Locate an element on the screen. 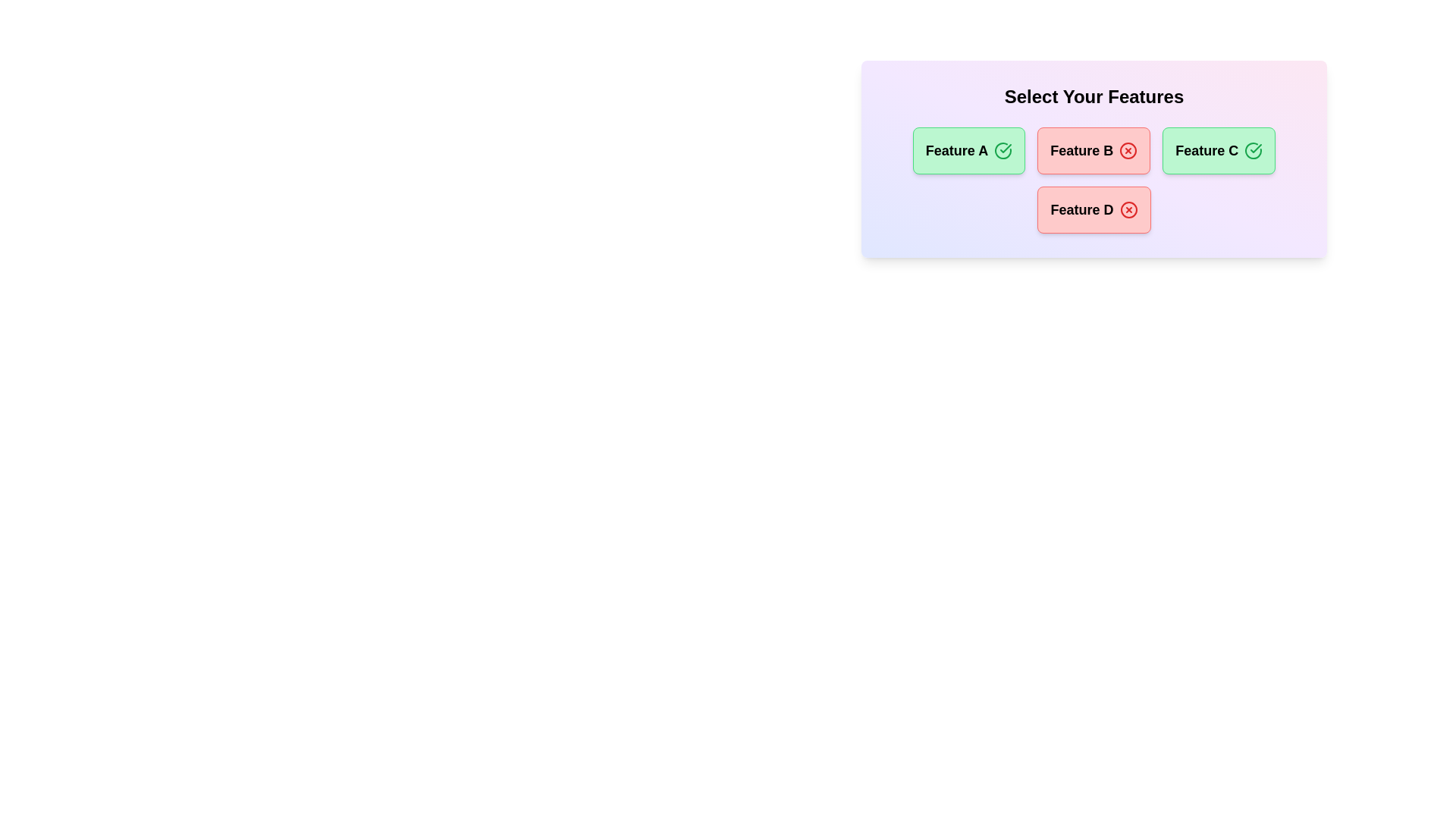 The image size is (1456, 819). the chip corresponding to Feature D to toggle its state is located at coordinates (1094, 210).